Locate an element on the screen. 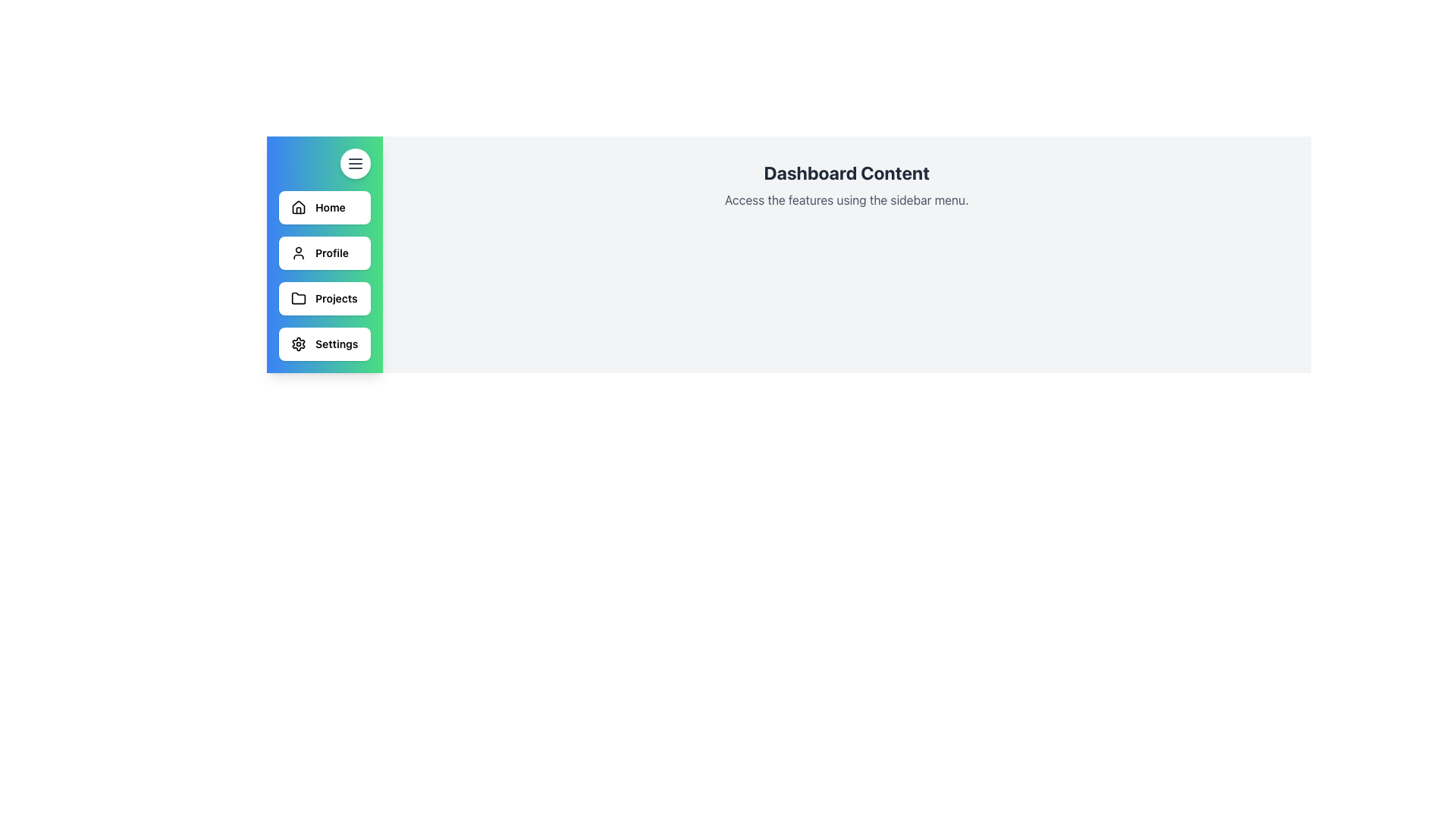 Image resolution: width=1456 pixels, height=819 pixels. the 'Profile' icon located in the vertical sidebar menu, which visually represents profile-related functionalities adjacent to the 'Profile' text label is located at coordinates (298, 253).